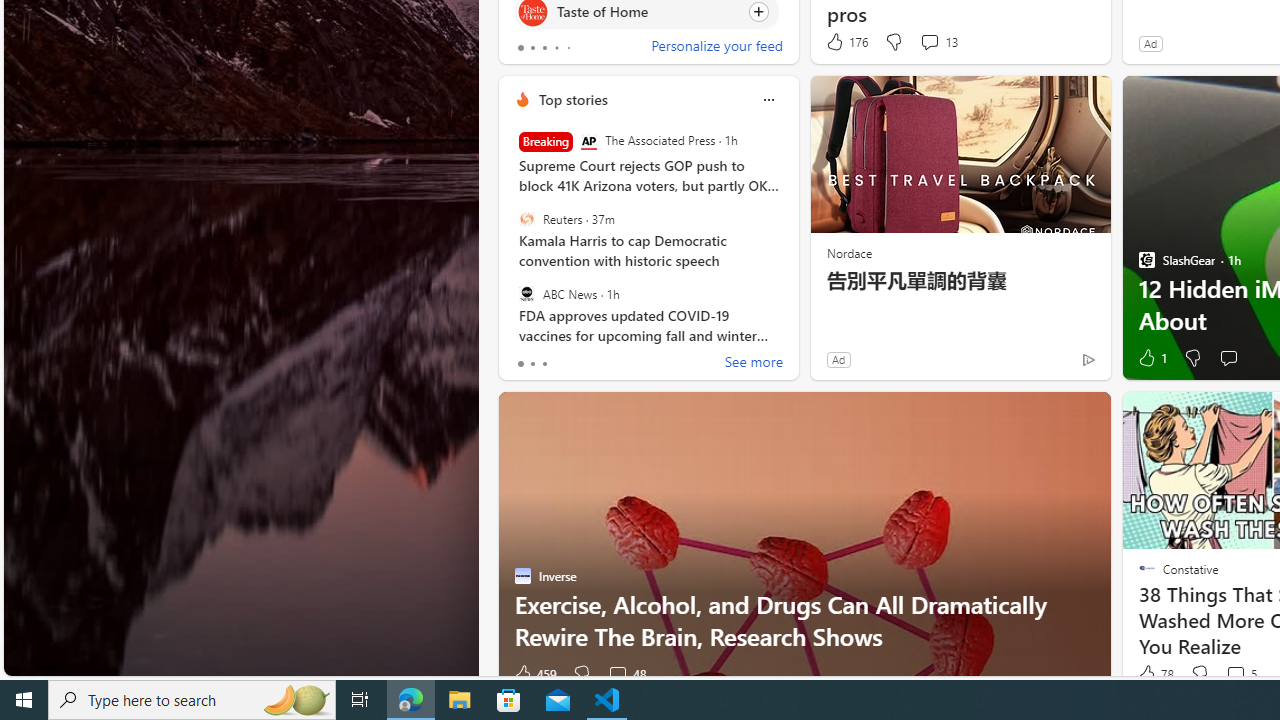 The height and width of the screenshot is (720, 1280). Describe the element at coordinates (520, 363) in the screenshot. I see `'tab-0'` at that location.